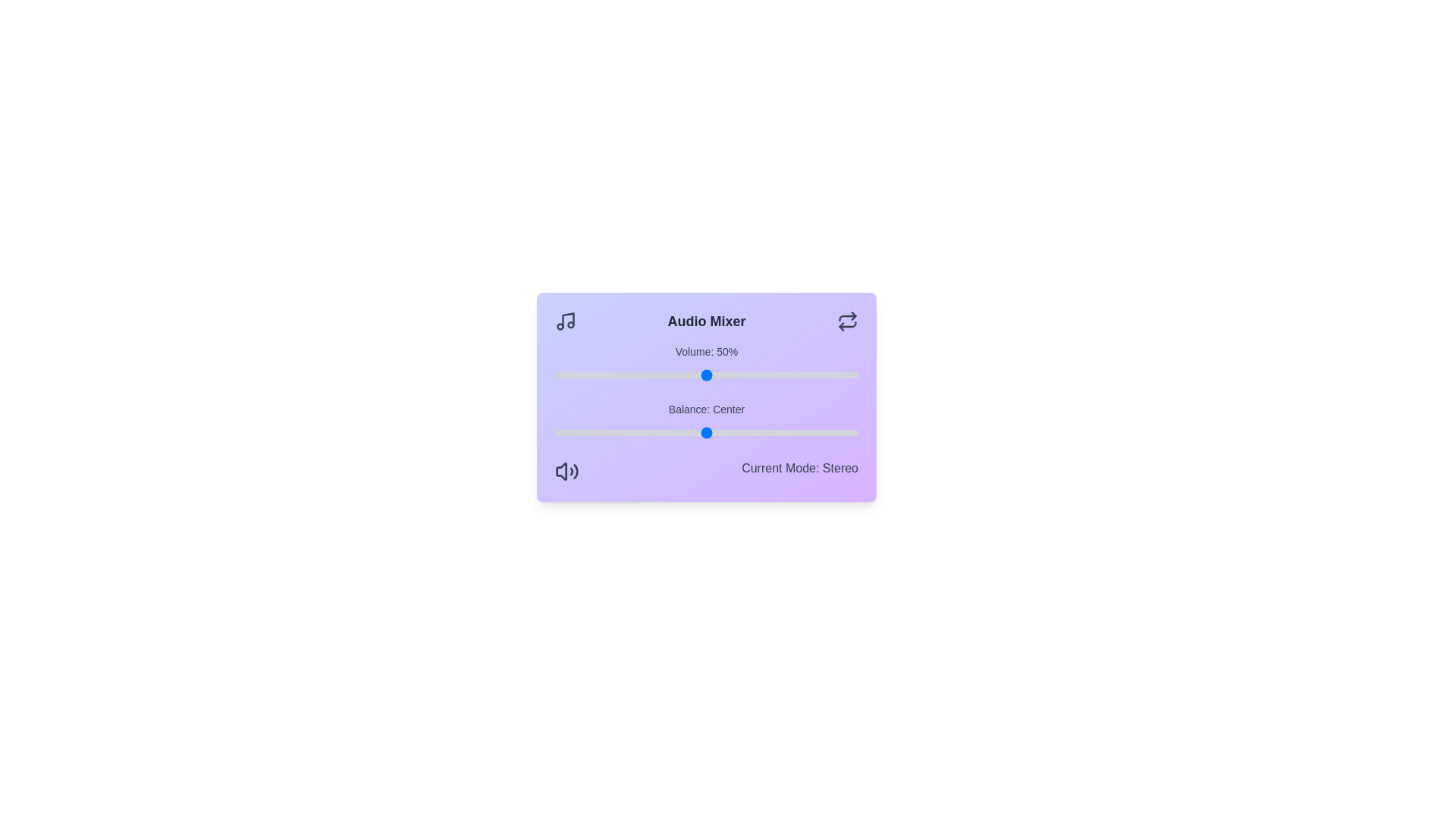 This screenshot has height=819, width=1456. I want to click on the volume to 57%, so click(728, 375).